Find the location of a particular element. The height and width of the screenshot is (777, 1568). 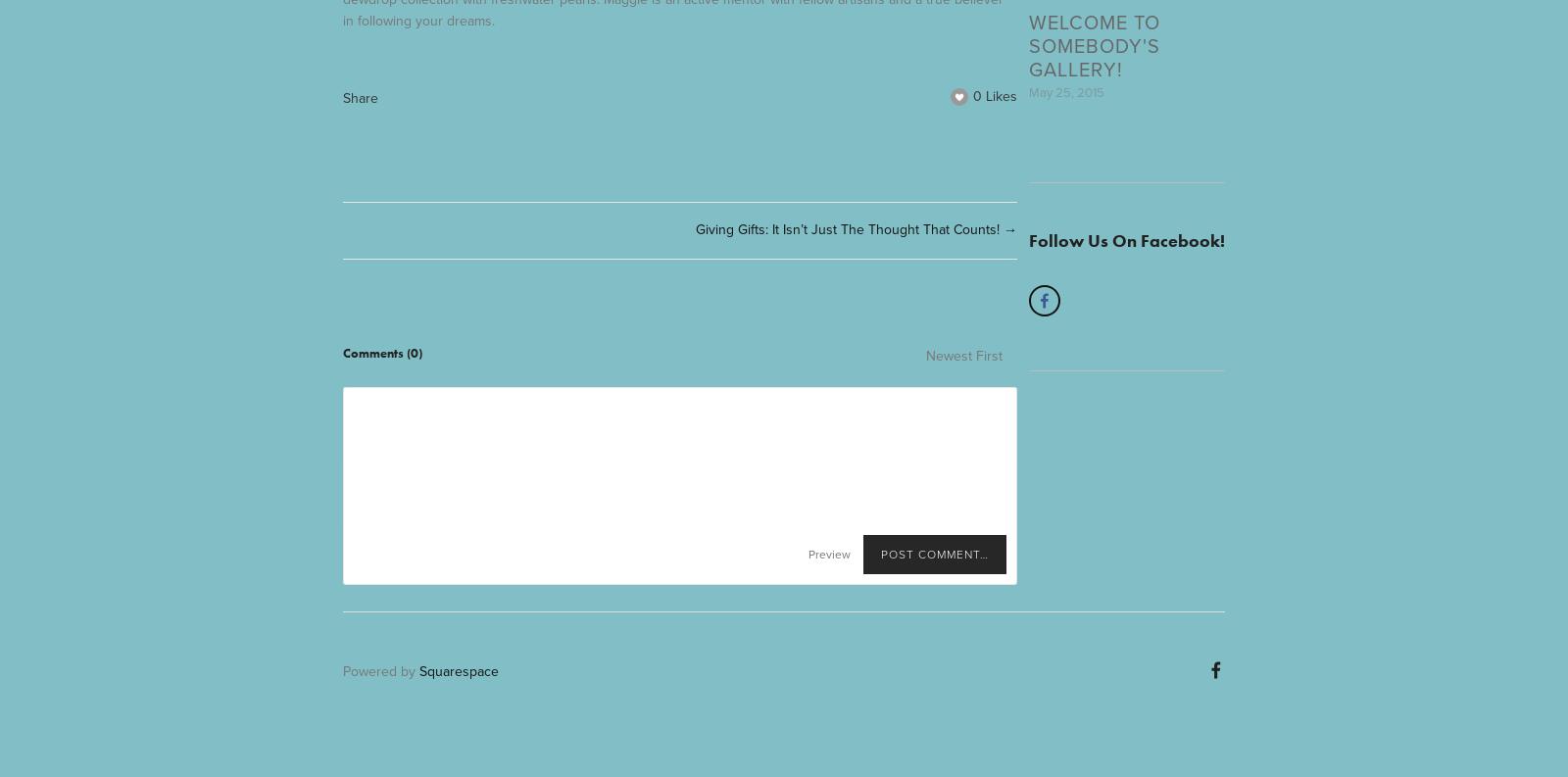

'Follow Us On Facebook!' is located at coordinates (1028, 239).